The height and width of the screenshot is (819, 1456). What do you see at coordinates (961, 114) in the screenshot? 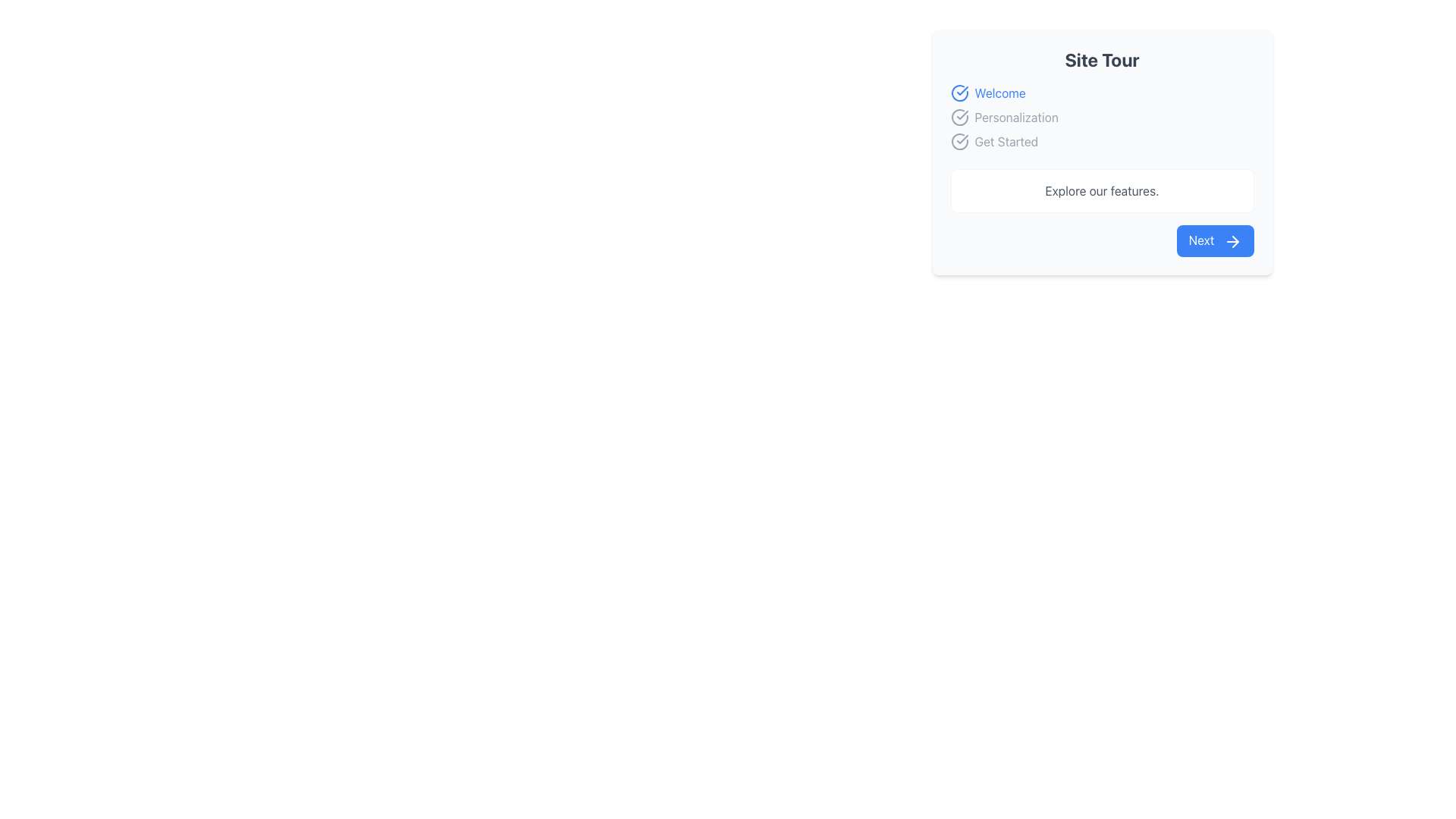
I see `the checkmark icon, which is a minimalistic SVG design indicating confirmation, located next to the 'Personalization' label in the site tour interface` at bounding box center [961, 114].